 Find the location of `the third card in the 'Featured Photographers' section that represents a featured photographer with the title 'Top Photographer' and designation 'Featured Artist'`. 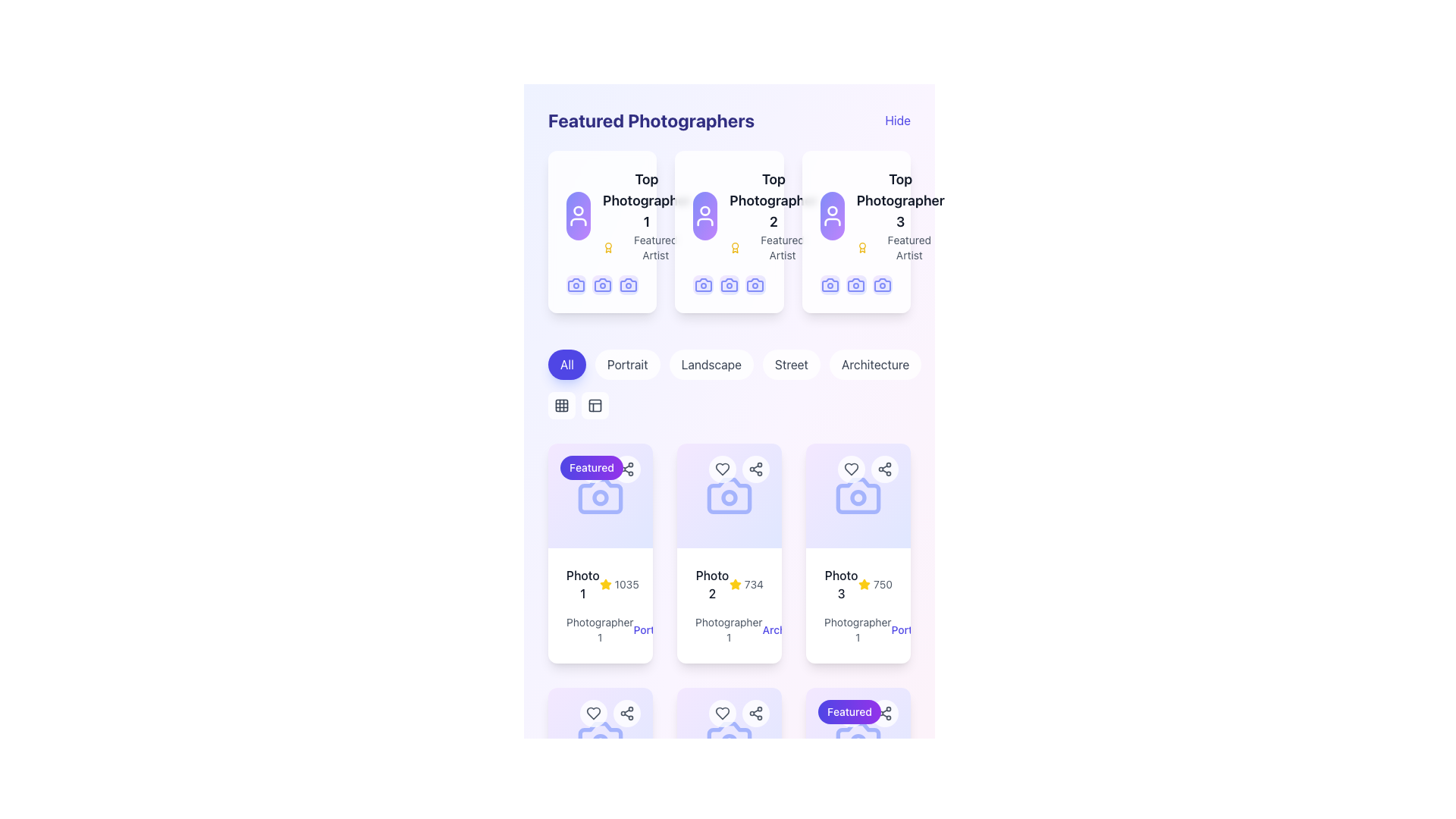

the third card in the 'Featured Photographers' section that represents a featured photographer with the title 'Top Photographer' and designation 'Featured Artist' is located at coordinates (900, 216).